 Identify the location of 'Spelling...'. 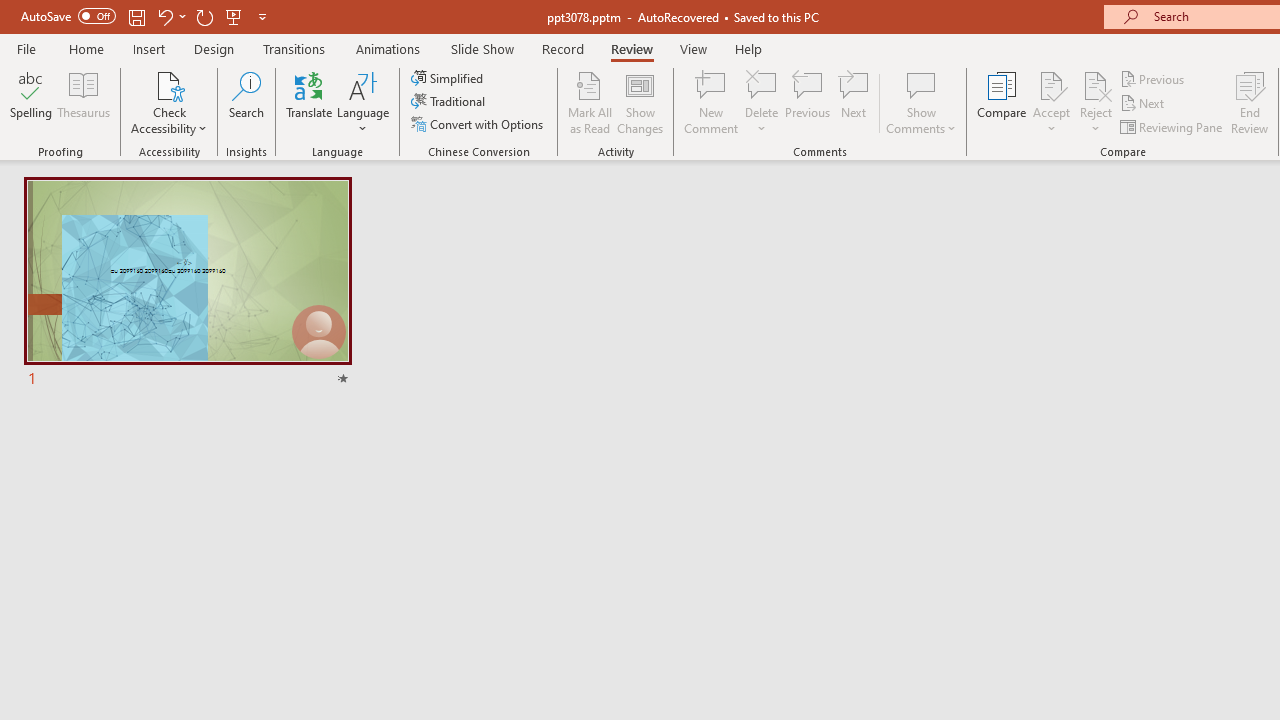
(31, 103).